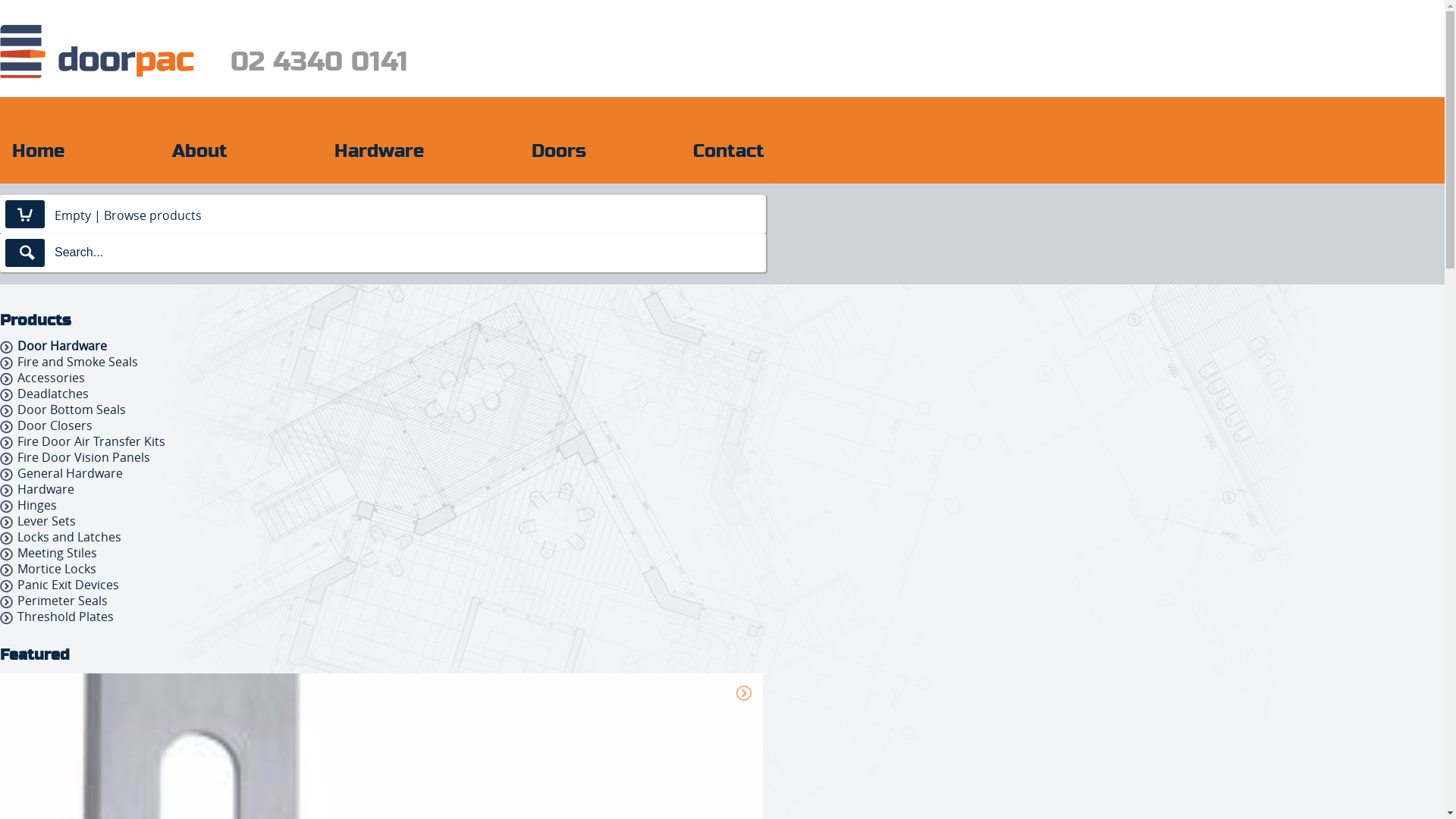 The width and height of the screenshot is (1456, 819). What do you see at coordinates (96, 50) in the screenshot?
I see `'Doorpac'` at bounding box center [96, 50].